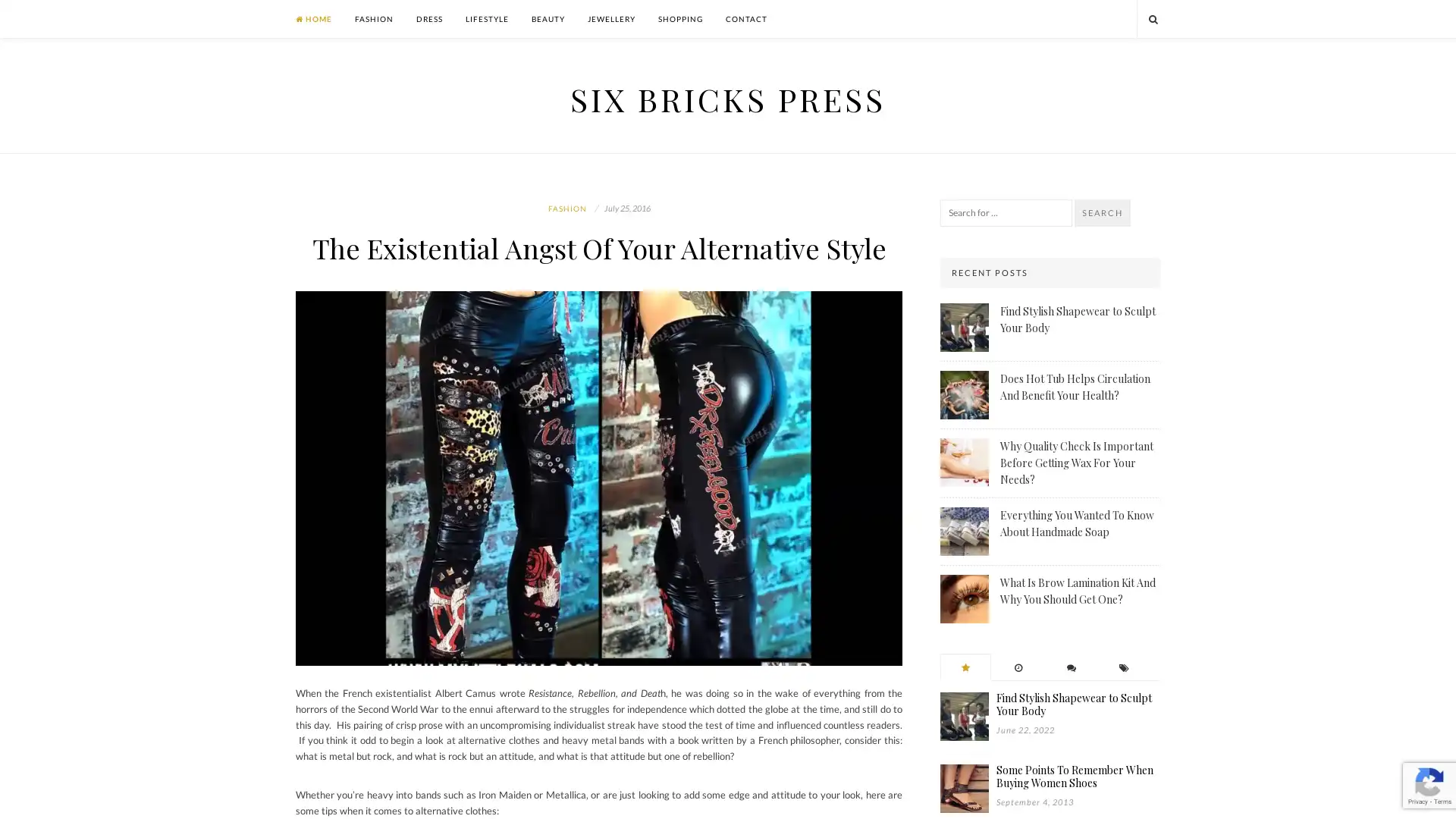 Image resolution: width=1456 pixels, height=819 pixels. What do you see at coordinates (1103, 213) in the screenshot?
I see `SEARCH` at bounding box center [1103, 213].